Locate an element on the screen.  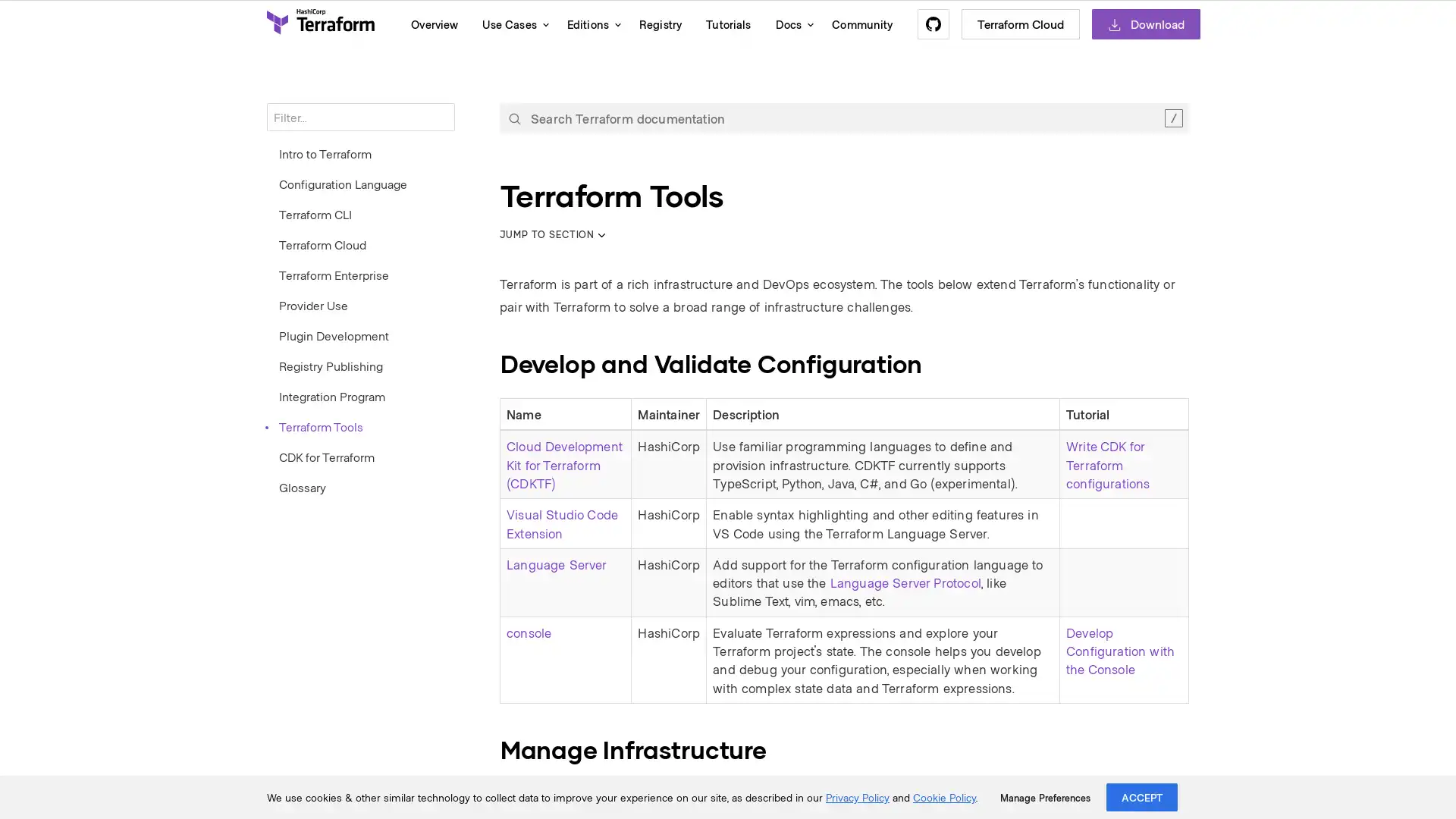
Clear the search query. is located at coordinates (1172, 117).